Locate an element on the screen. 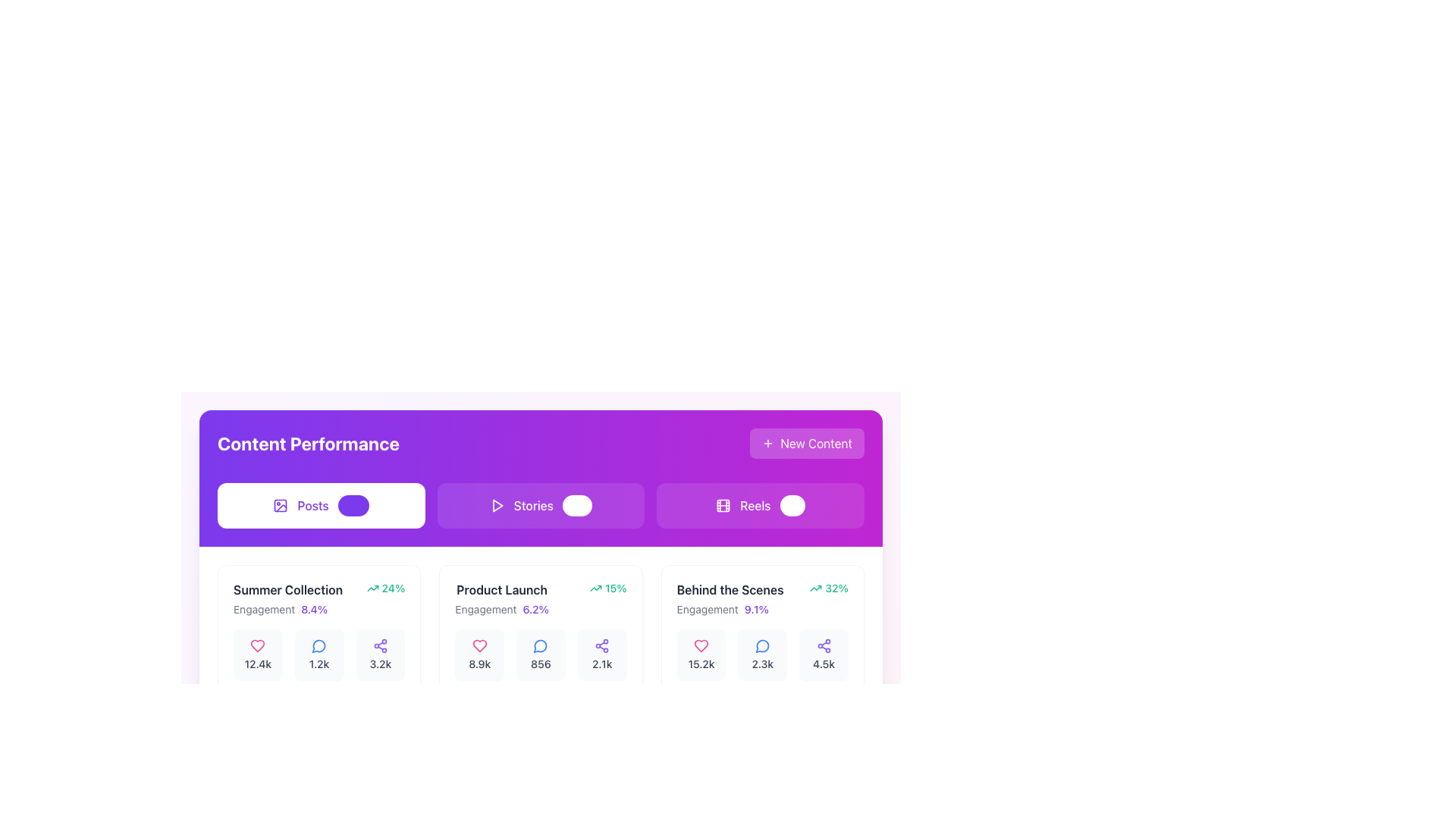 The width and height of the screenshot is (1456, 819). the Icon with text representing the count of comments or interactions in the 'Behind the Scenes' section, located at the bottom right of the interface, which is the middle option in a grid of three icons is located at coordinates (762, 654).